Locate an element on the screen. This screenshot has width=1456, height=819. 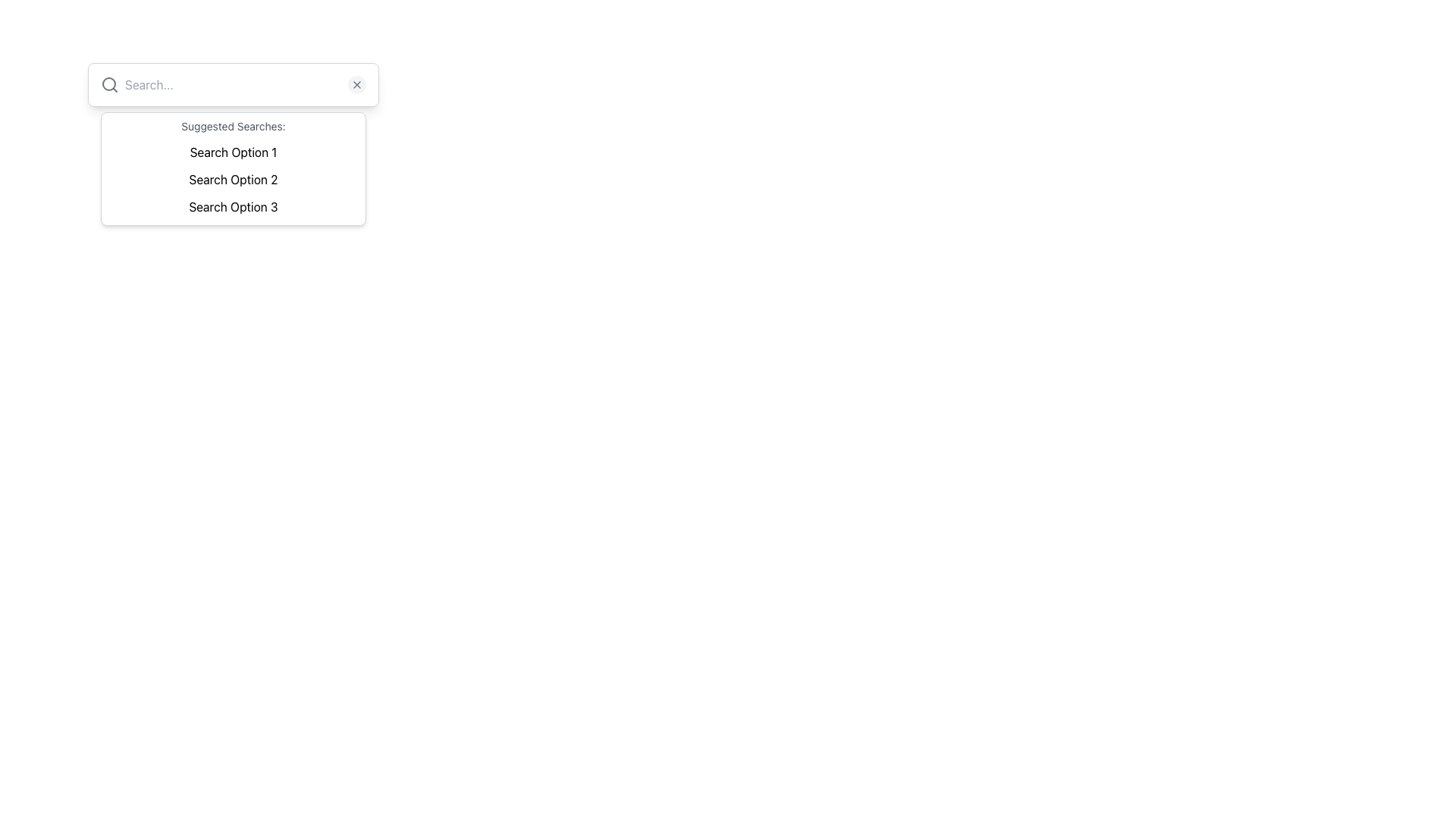
the suggested search queries list located in the dropdown panel below the search bar is located at coordinates (232, 178).